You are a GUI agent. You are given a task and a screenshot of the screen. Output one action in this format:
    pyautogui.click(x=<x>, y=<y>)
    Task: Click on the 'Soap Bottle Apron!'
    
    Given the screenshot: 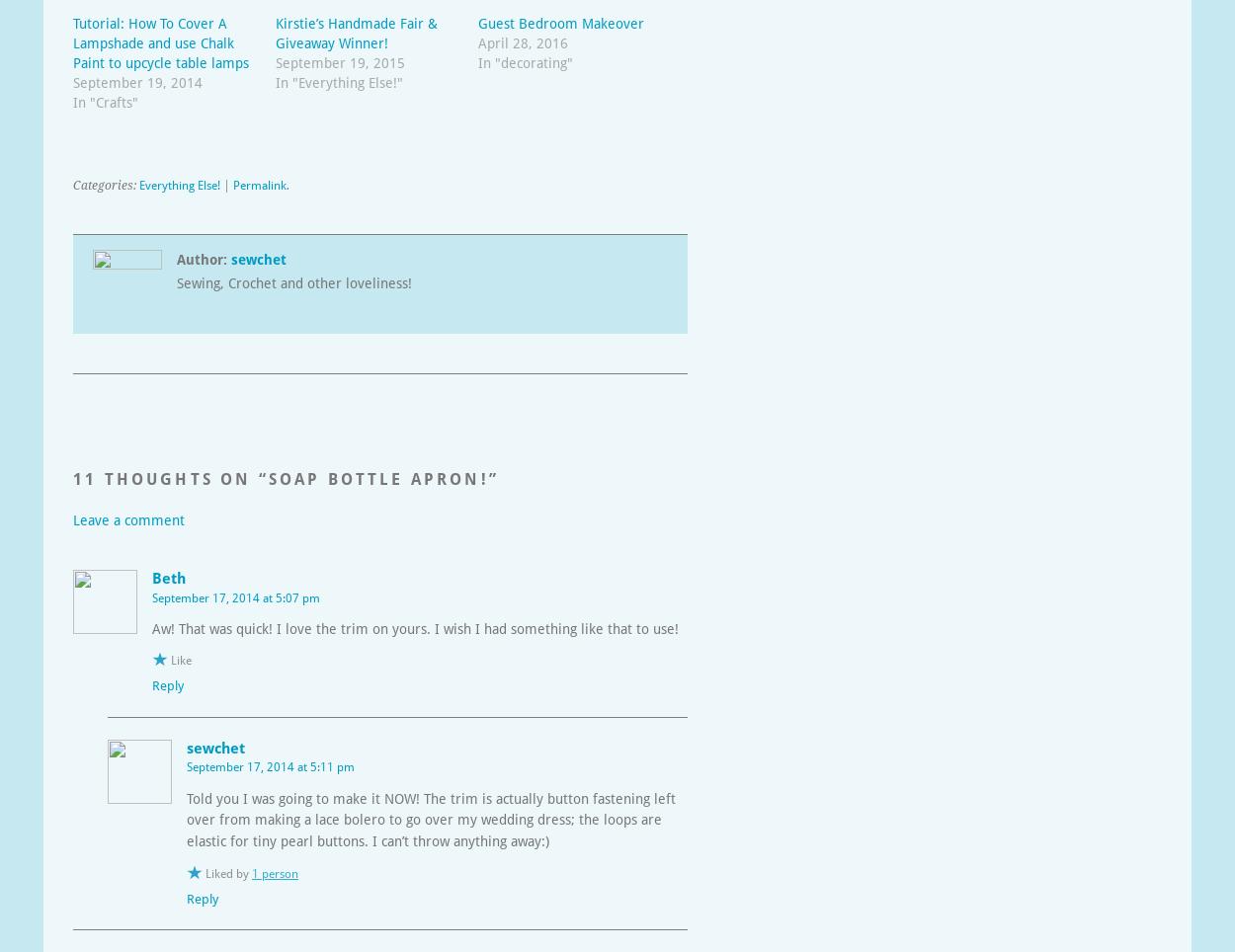 What is the action you would take?
    pyautogui.click(x=377, y=477)
    